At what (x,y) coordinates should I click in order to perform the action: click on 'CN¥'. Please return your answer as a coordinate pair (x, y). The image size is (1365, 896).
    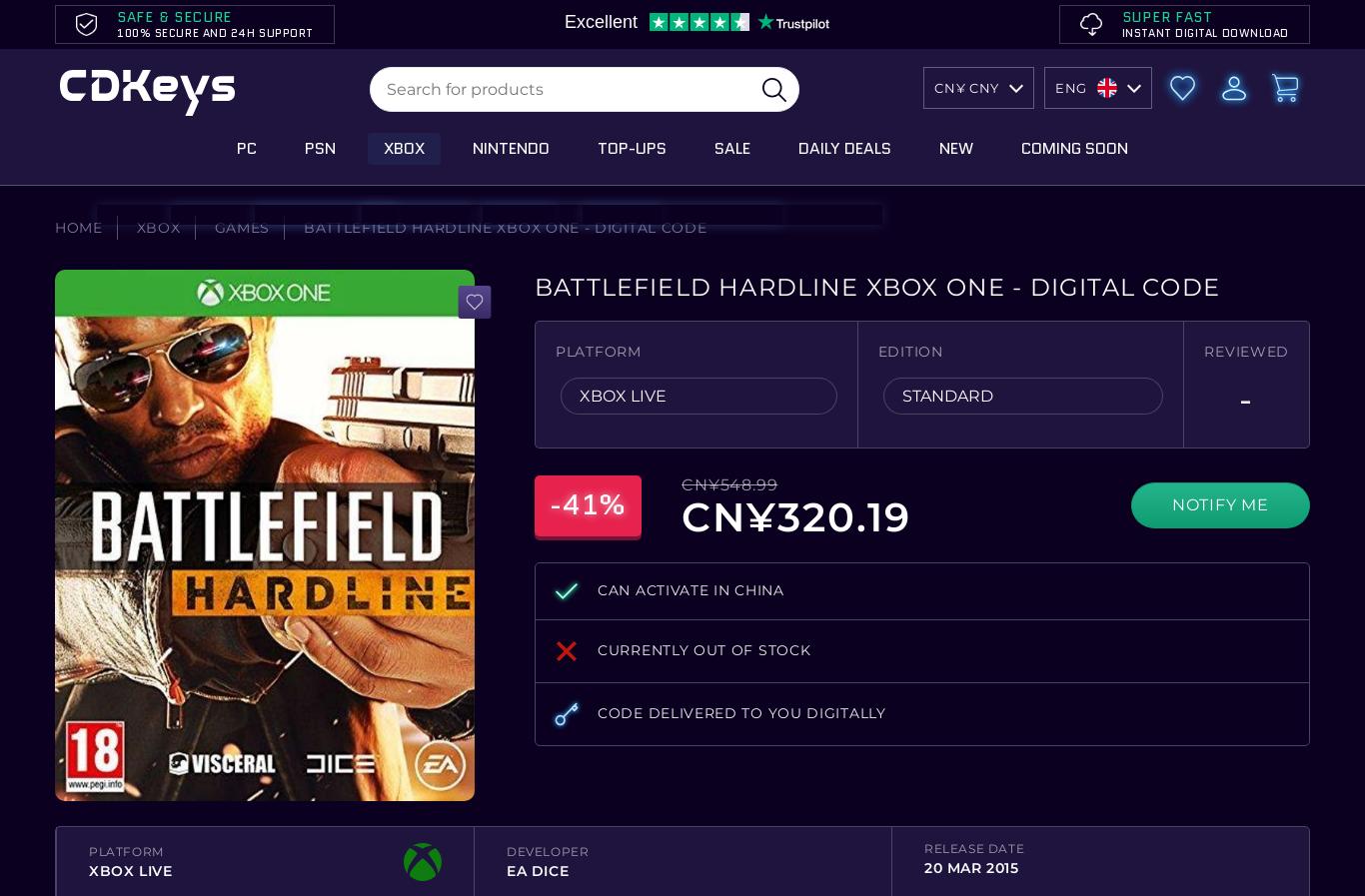
    Looking at the image, I should click on (934, 86).